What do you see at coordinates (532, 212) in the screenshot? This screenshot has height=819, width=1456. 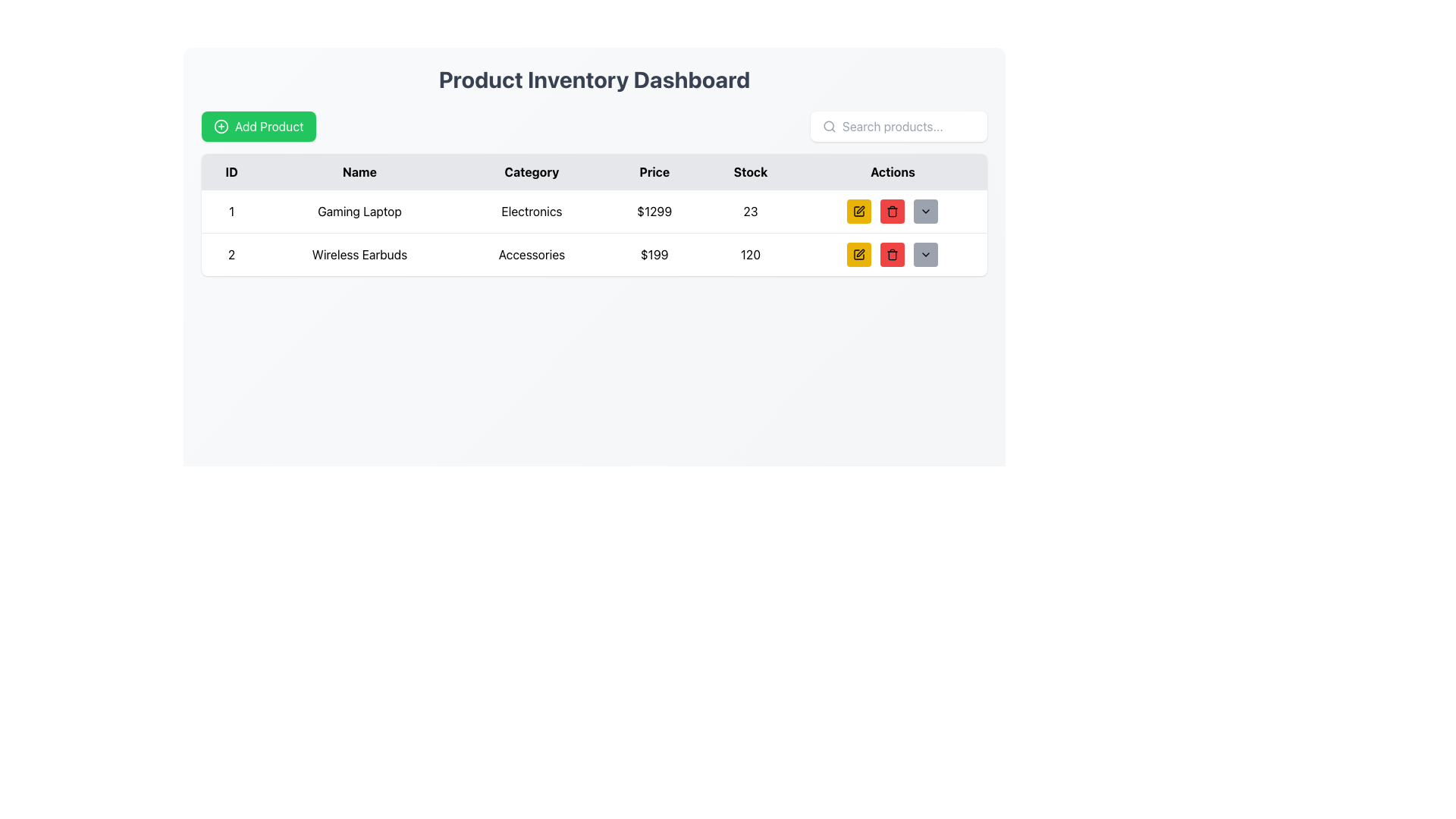 I see `the 'Electronics' text label in the 'Category' column of the product row labeled 'Gaming Laptop' with ID '1'` at bounding box center [532, 212].